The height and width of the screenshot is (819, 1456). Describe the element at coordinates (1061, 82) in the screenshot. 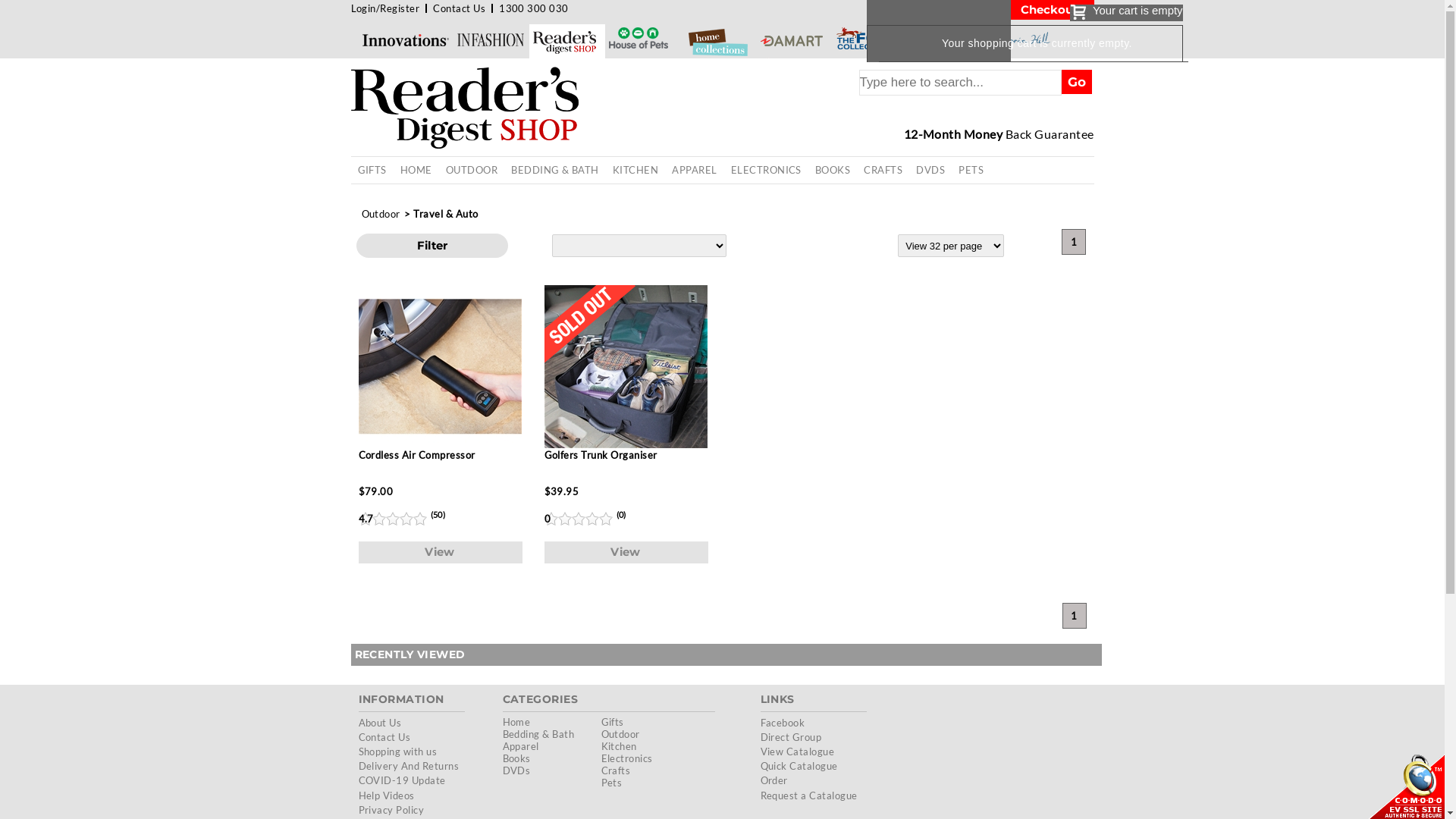

I see `'Go'` at that location.